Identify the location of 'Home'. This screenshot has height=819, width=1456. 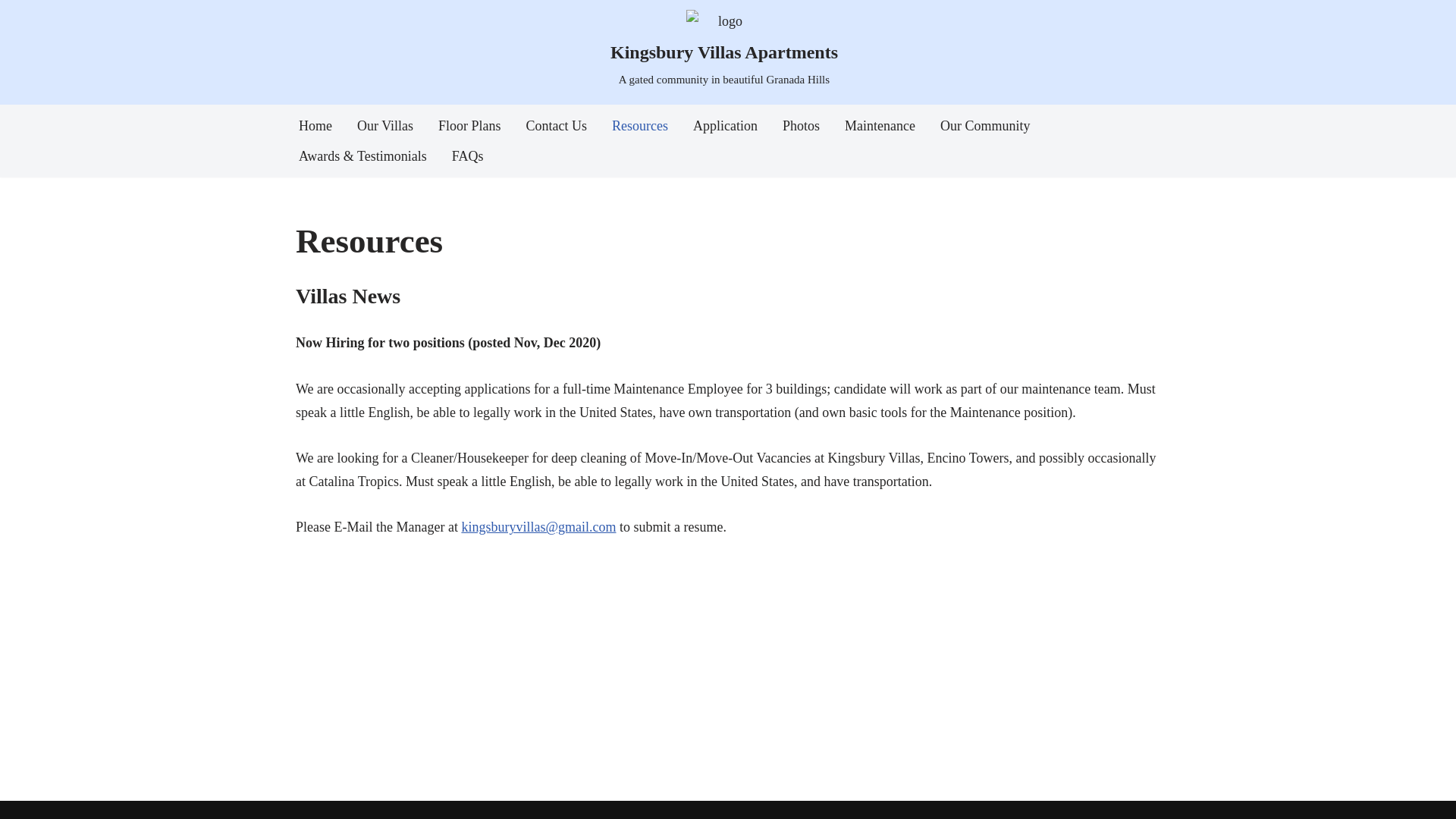
(315, 124).